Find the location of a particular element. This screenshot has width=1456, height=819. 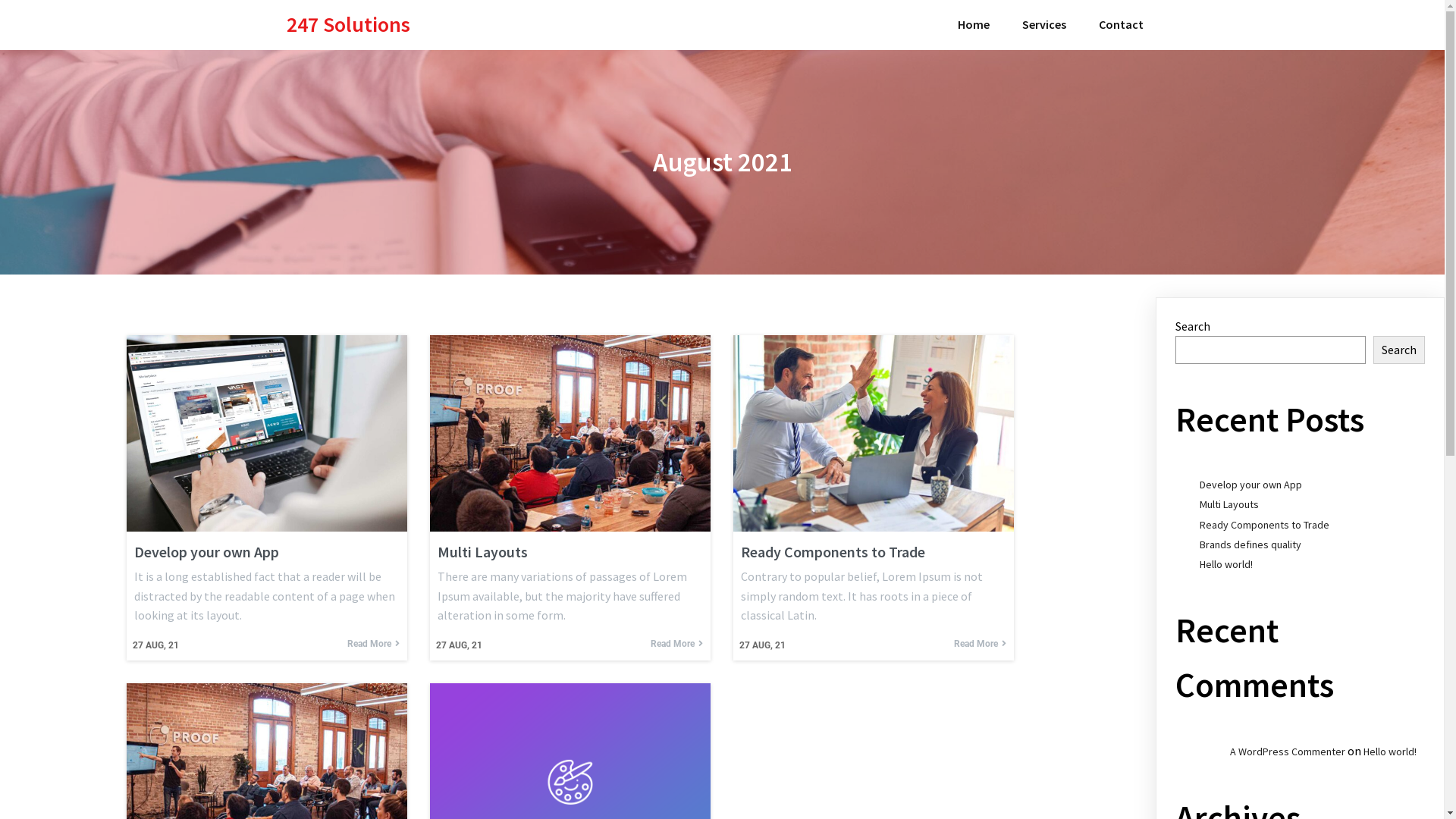

'Ready Components to Trade' is located at coordinates (874, 552).